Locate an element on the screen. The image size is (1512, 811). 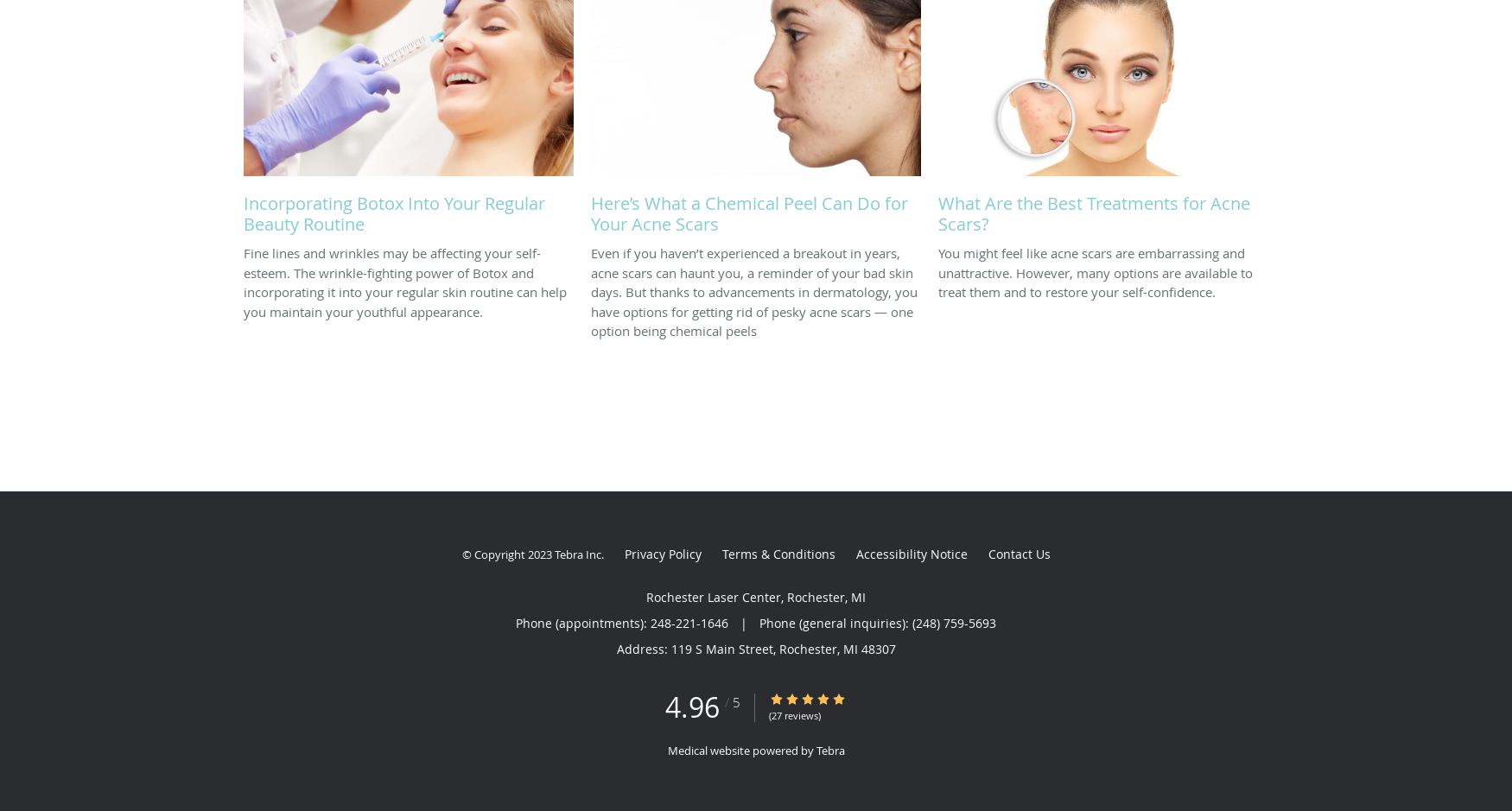
'Incorporating Botox Into Your Regular Beauty Routine' is located at coordinates (394, 213).